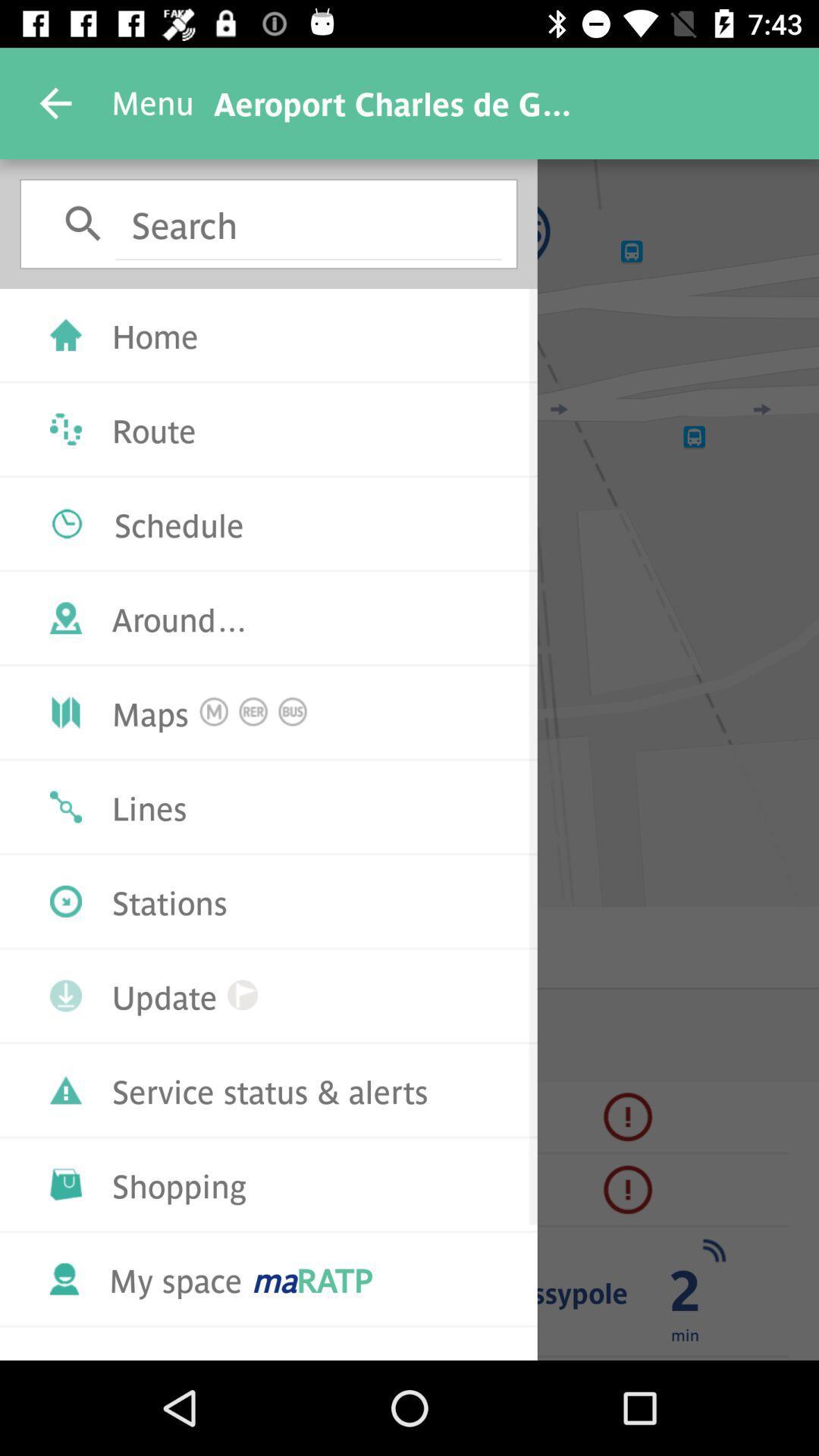 This screenshot has width=819, height=1456. I want to click on the symbol which is to the immediate right of update, so click(242, 994).